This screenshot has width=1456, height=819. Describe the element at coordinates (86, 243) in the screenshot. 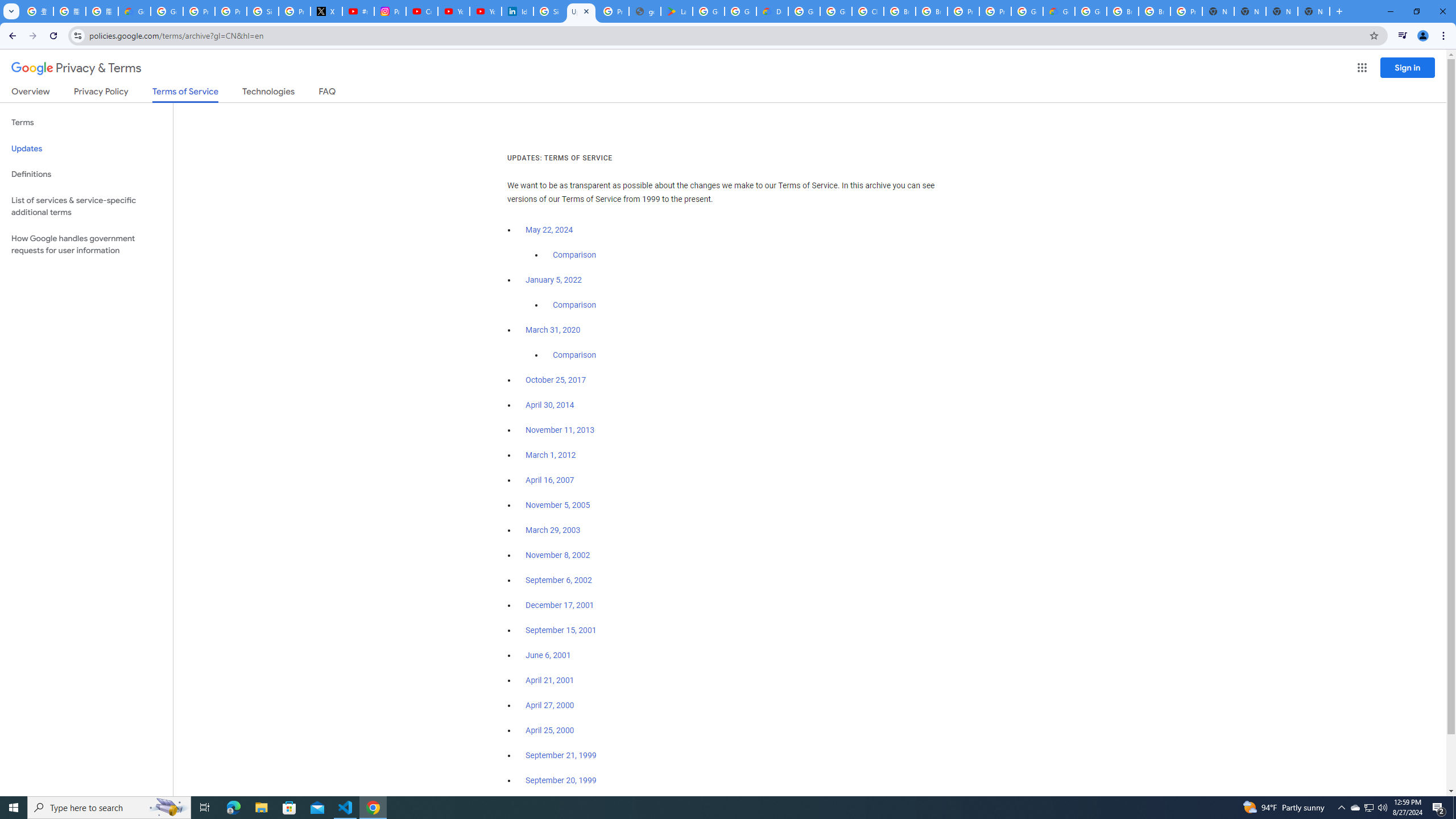

I see `'How Google handles government requests for user information'` at that location.